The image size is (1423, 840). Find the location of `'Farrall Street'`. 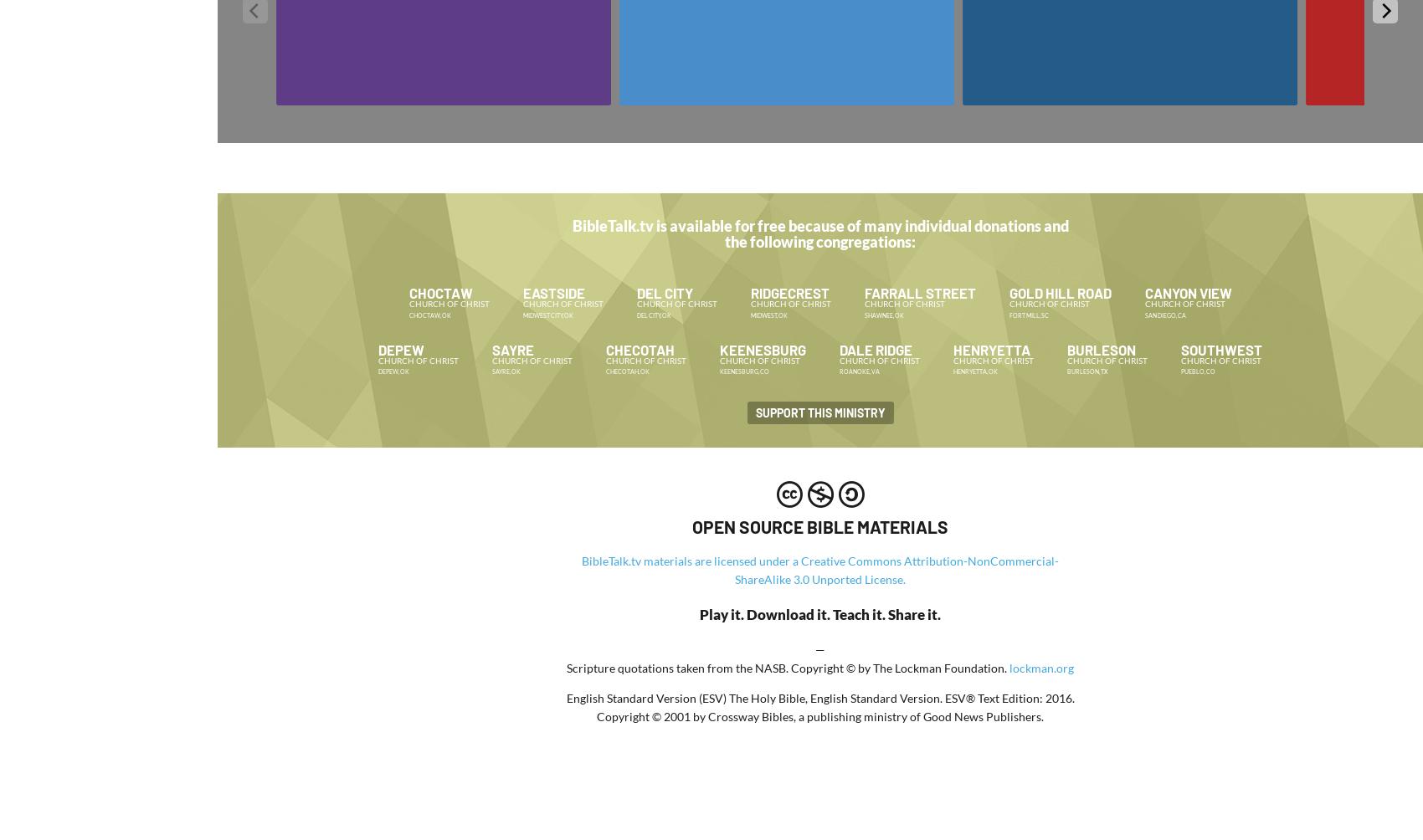

'Farrall Street' is located at coordinates (919, 291).